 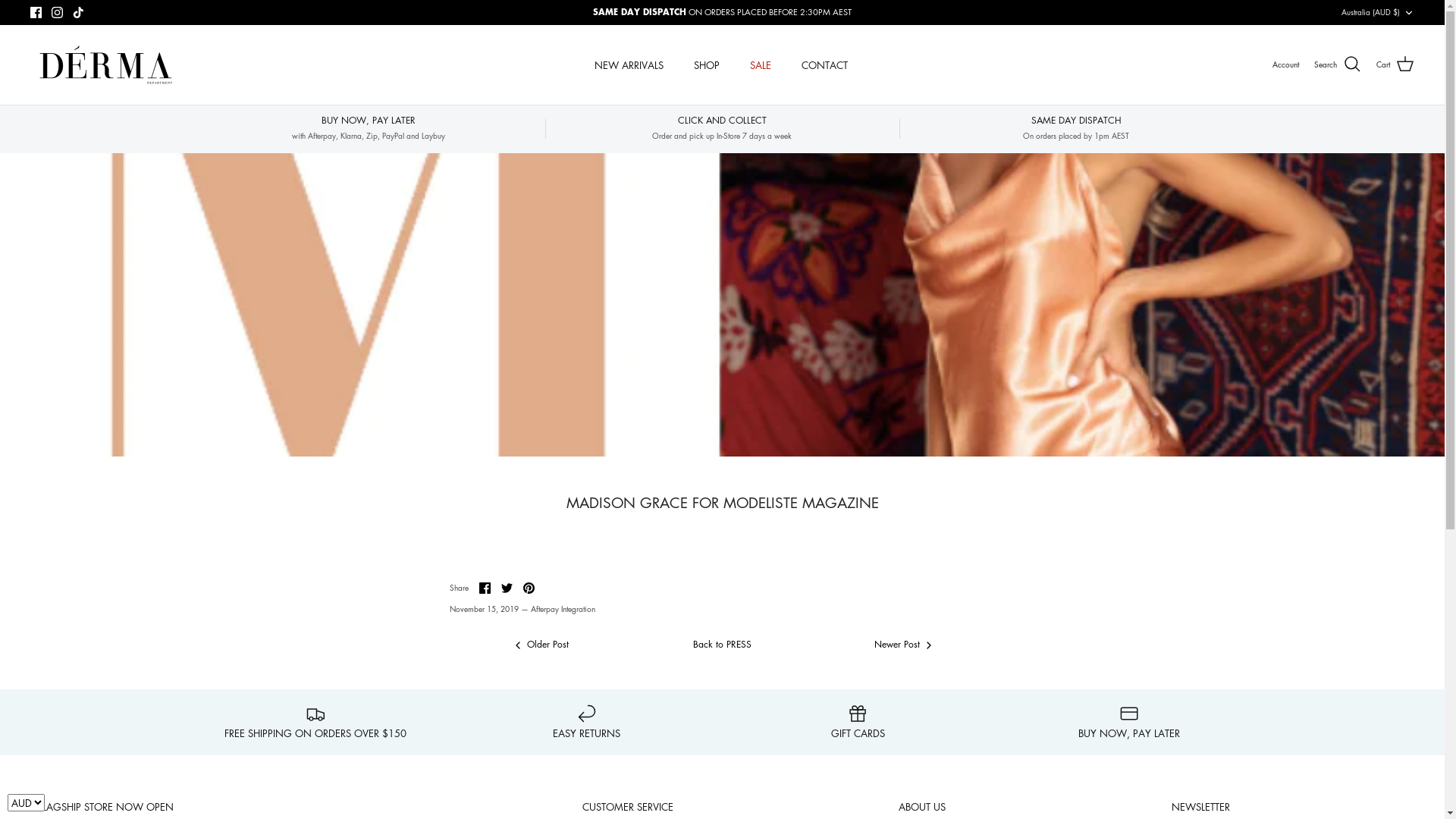 I want to click on 'Australia (AUD $), so click(x=1378, y=12).